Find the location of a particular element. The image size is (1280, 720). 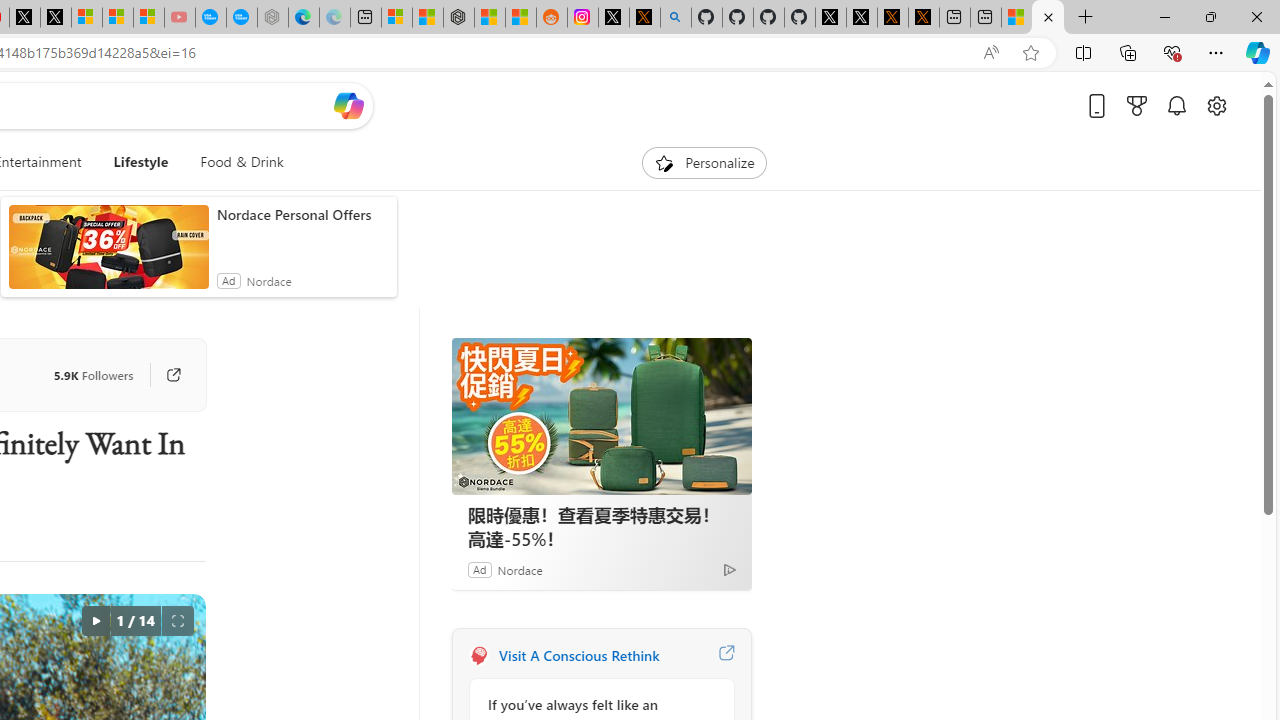

'anim-content' is located at coordinates (107, 254).